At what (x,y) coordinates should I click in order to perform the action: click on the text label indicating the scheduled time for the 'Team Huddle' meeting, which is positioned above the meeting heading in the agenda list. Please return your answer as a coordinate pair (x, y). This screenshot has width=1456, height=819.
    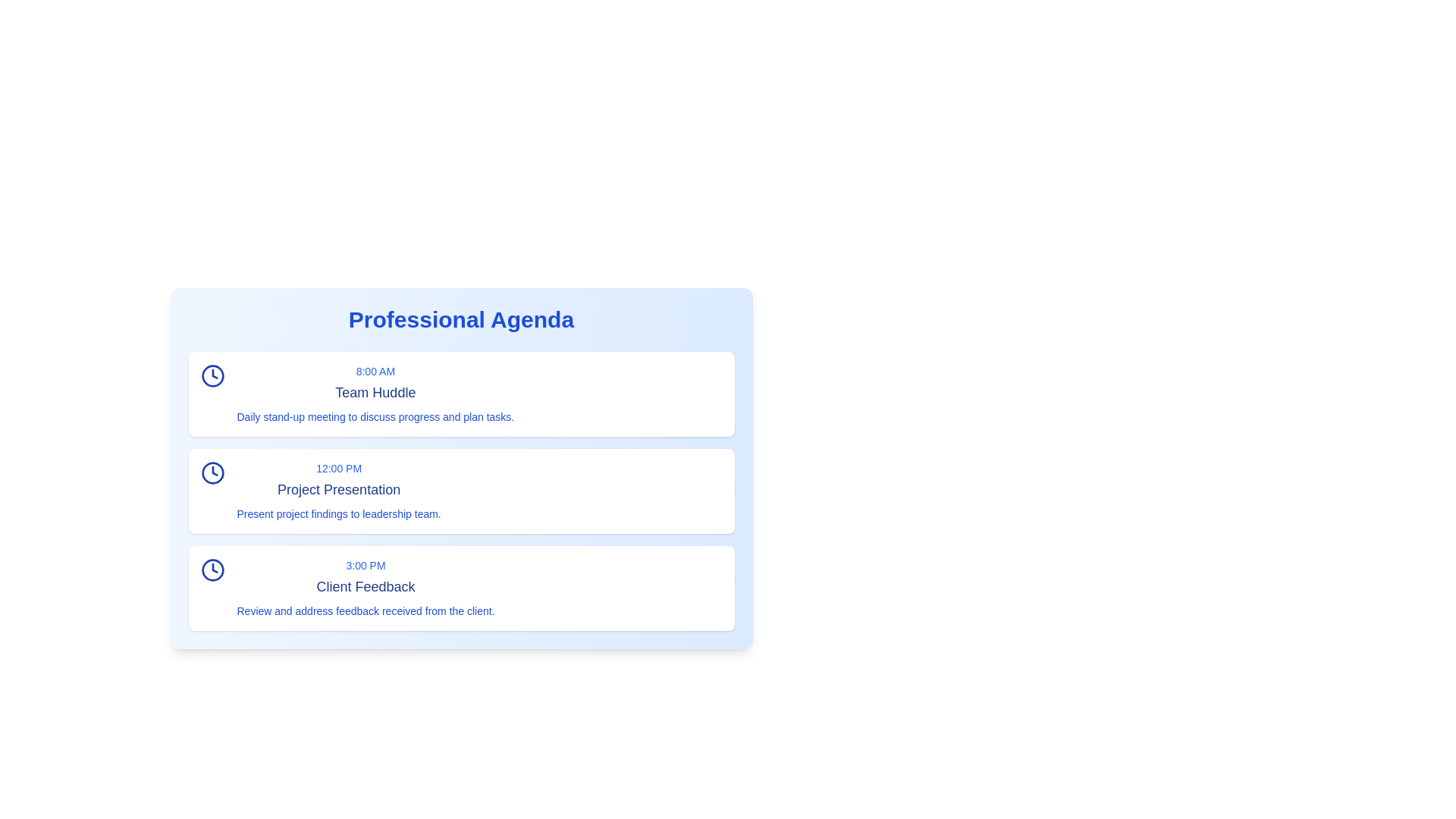
    Looking at the image, I should click on (375, 371).